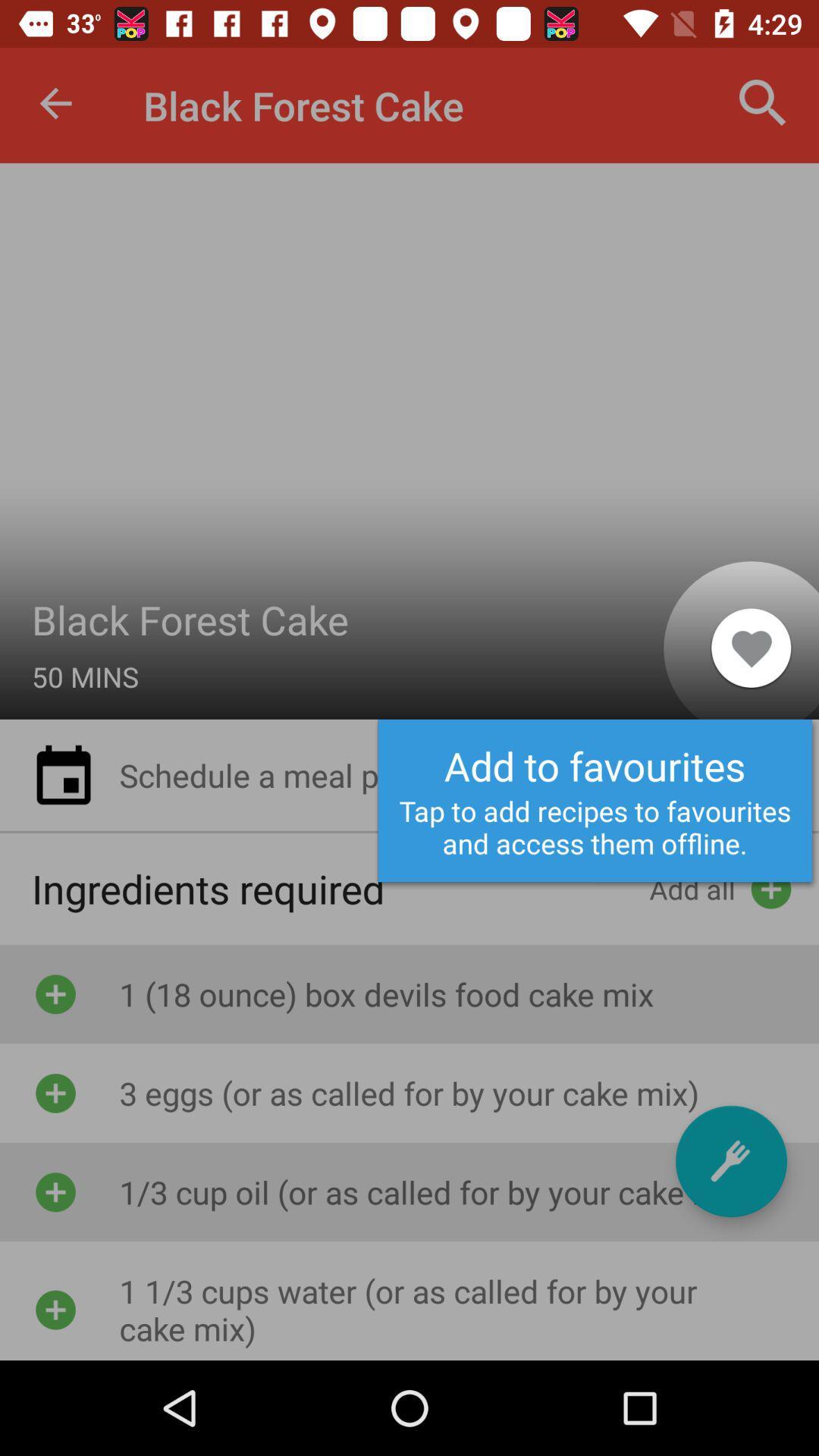 Image resolution: width=819 pixels, height=1456 pixels. I want to click on the fourth add button below ingredients required, so click(55, 1300).